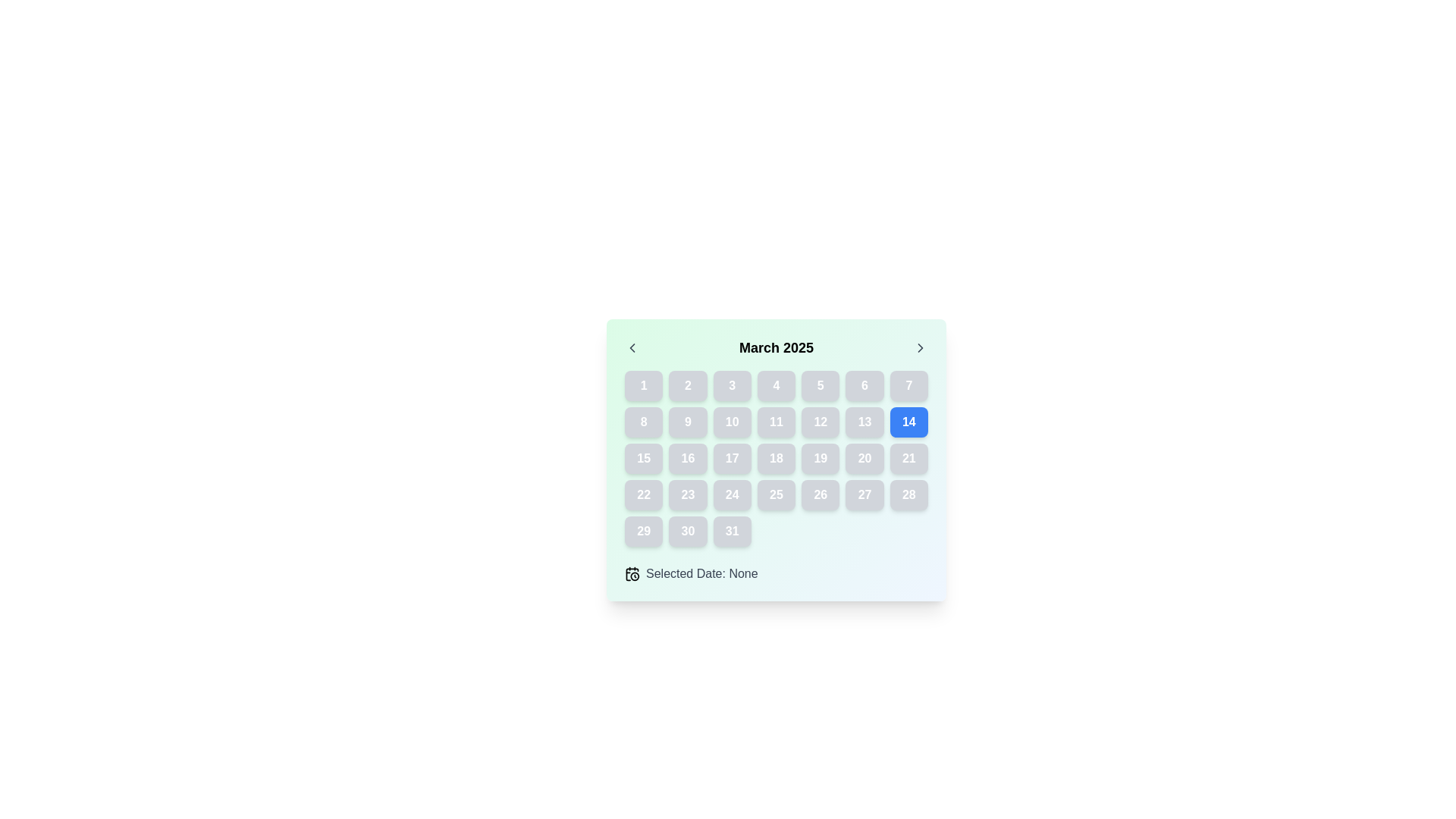  I want to click on the button labeled '19' with a gray background and rounded corners, so click(820, 458).